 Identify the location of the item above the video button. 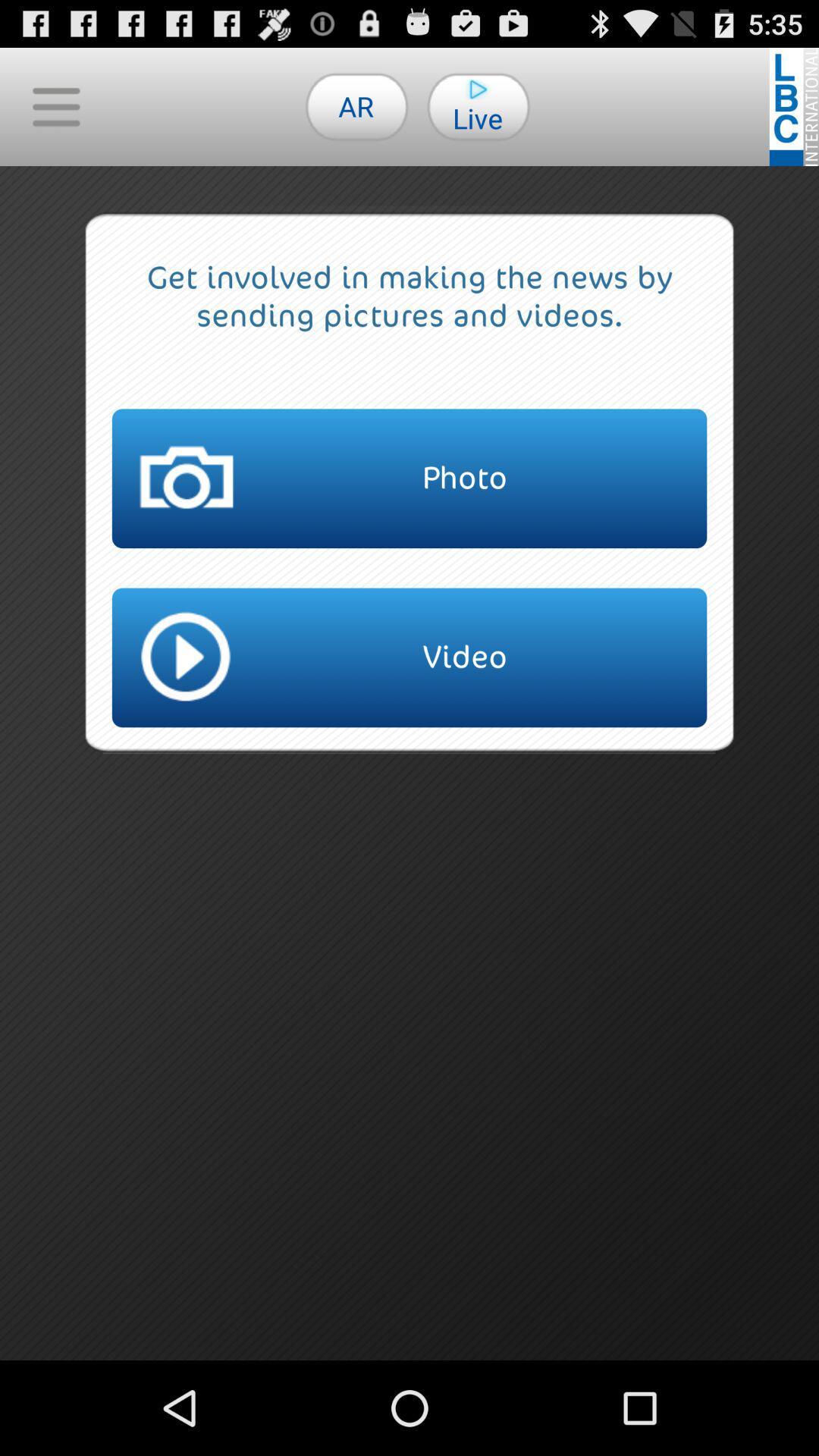
(409, 478).